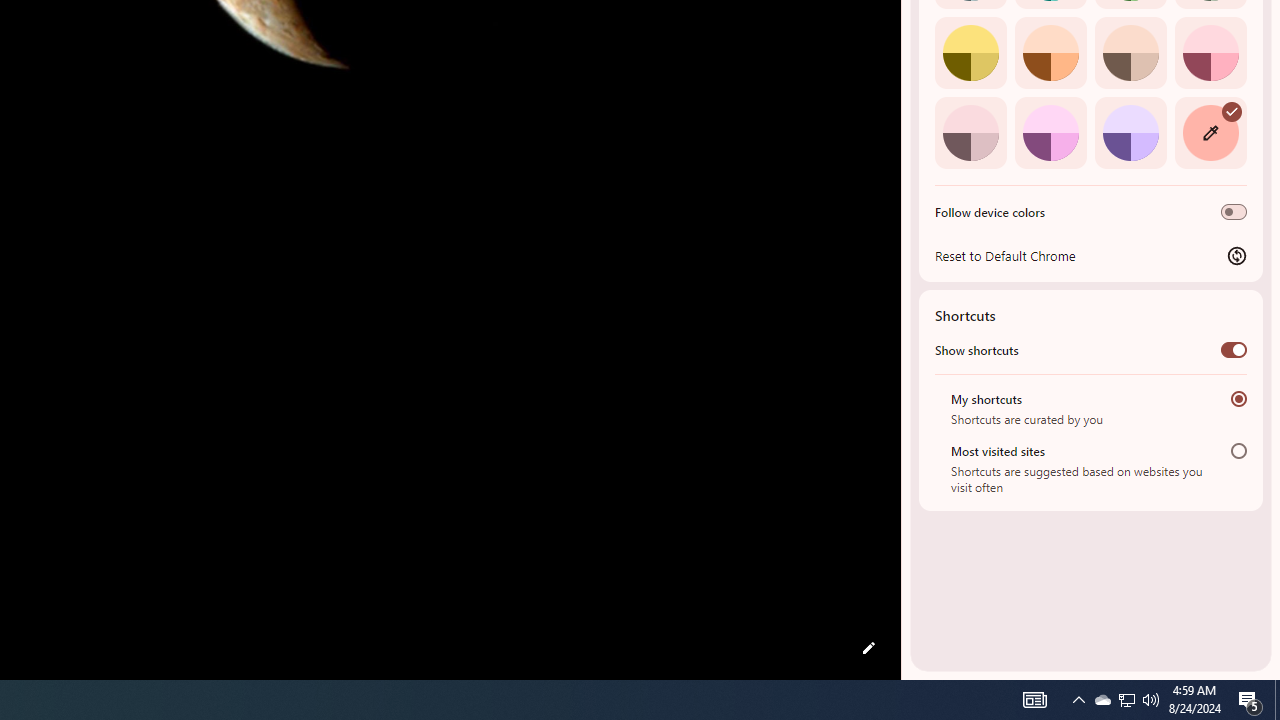 The image size is (1280, 720). What do you see at coordinates (1049, 132) in the screenshot?
I see `'Fuchsia'` at bounding box center [1049, 132].